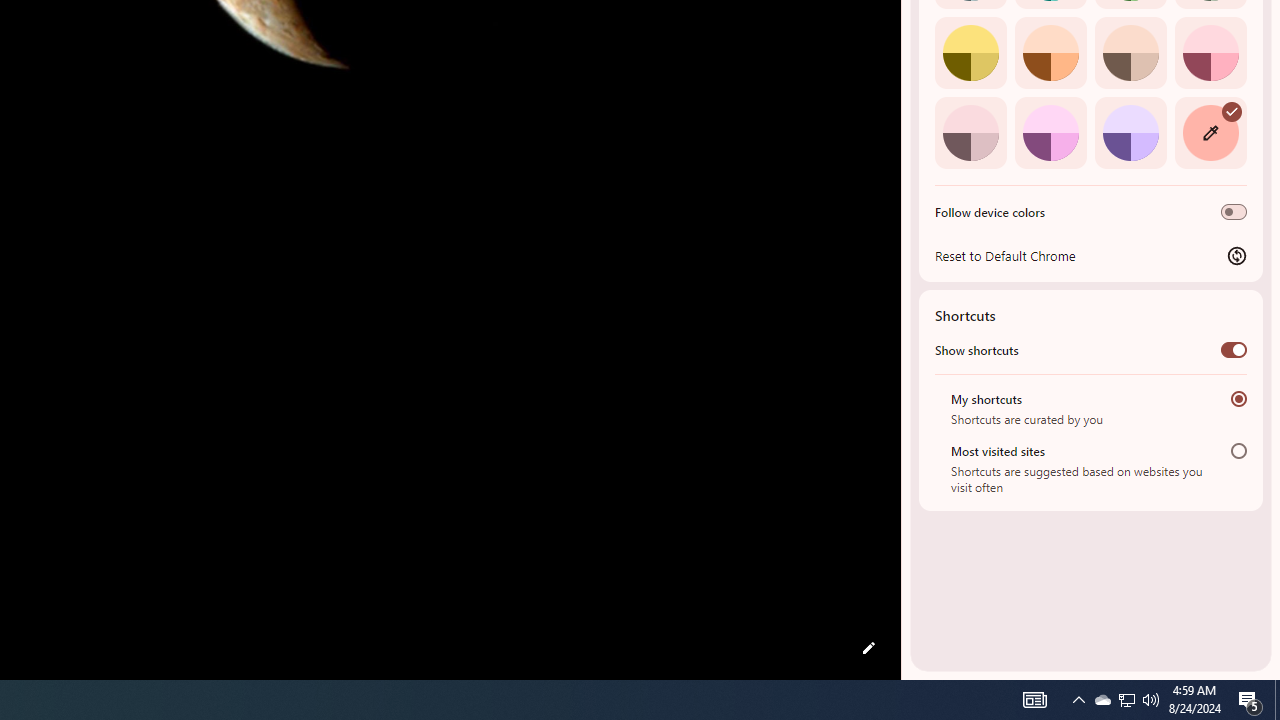 The image size is (1280, 720). What do you see at coordinates (1049, 132) in the screenshot?
I see `'Fuchsia'` at bounding box center [1049, 132].